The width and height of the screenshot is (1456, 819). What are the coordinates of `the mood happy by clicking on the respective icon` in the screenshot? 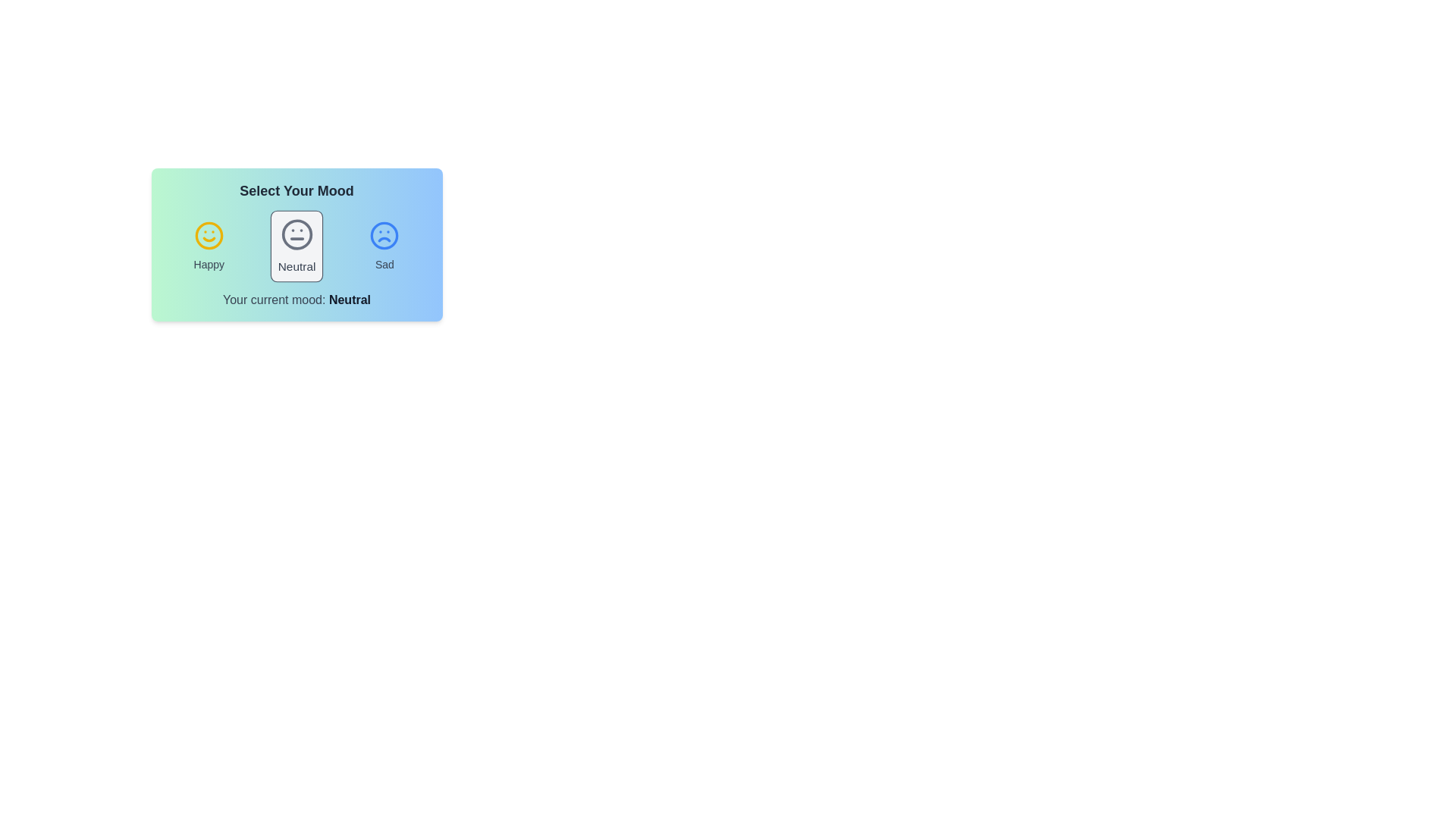 It's located at (207, 245).